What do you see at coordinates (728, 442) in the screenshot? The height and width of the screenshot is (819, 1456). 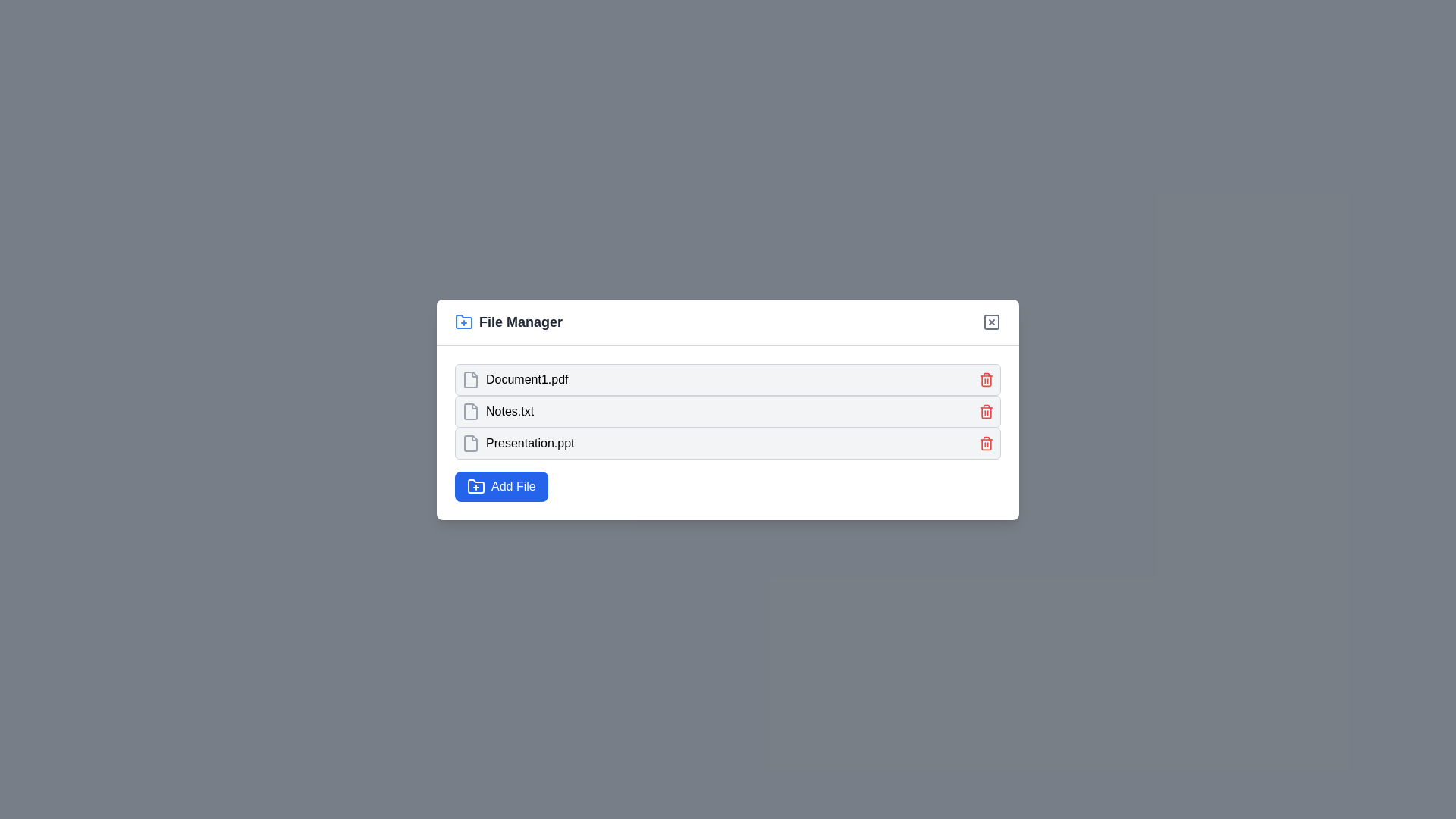 I see `the list item displaying the file name 'Presentation.ppt' in the File Manager interface` at bounding box center [728, 442].